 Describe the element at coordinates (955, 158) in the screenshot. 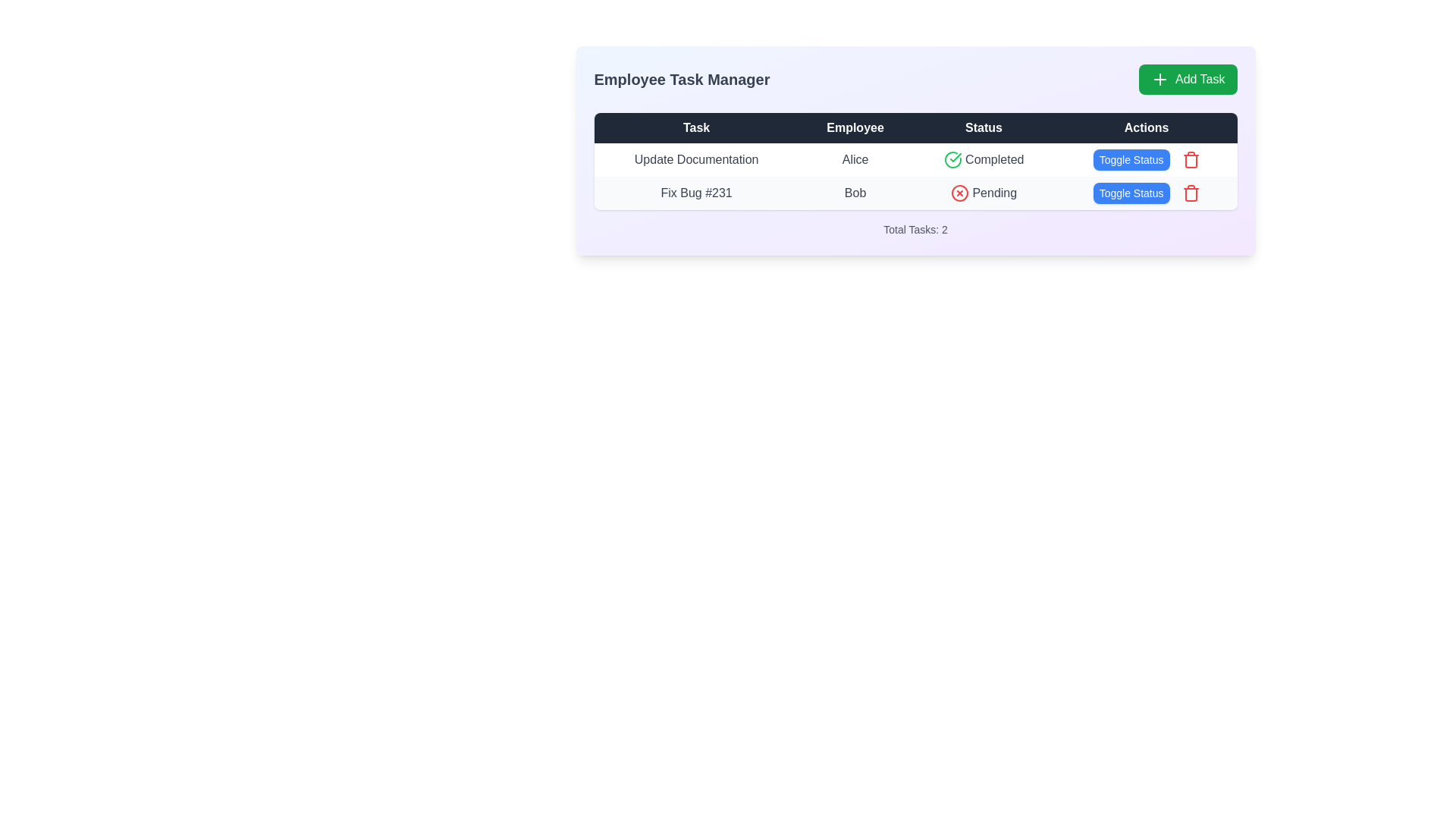

I see `the green checkmark icon depicting completion located in the first row of the task management table adjacent to the text 'Completed'` at that location.